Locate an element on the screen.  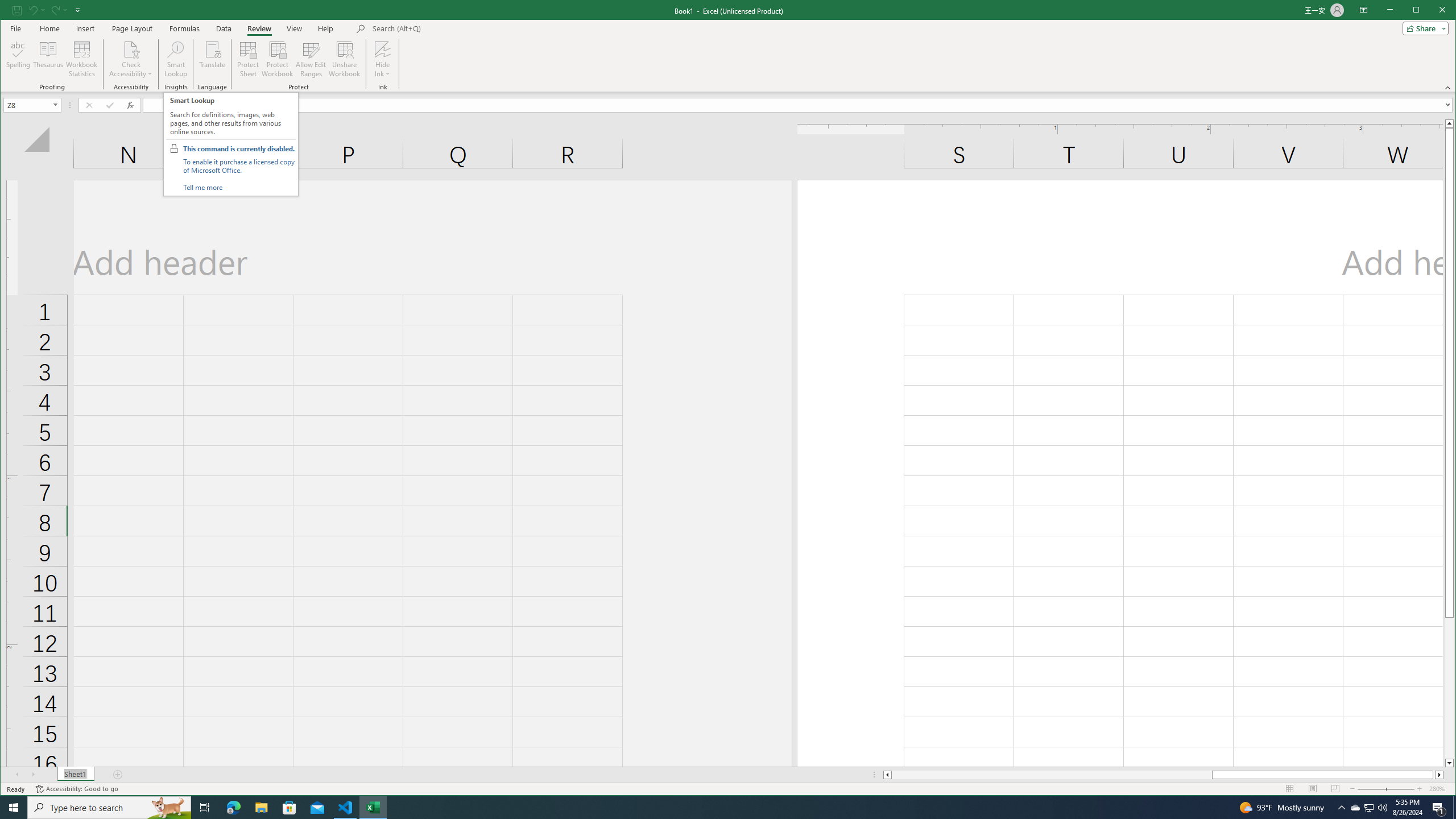
'Microsoft Edge' is located at coordinates (233, 806).